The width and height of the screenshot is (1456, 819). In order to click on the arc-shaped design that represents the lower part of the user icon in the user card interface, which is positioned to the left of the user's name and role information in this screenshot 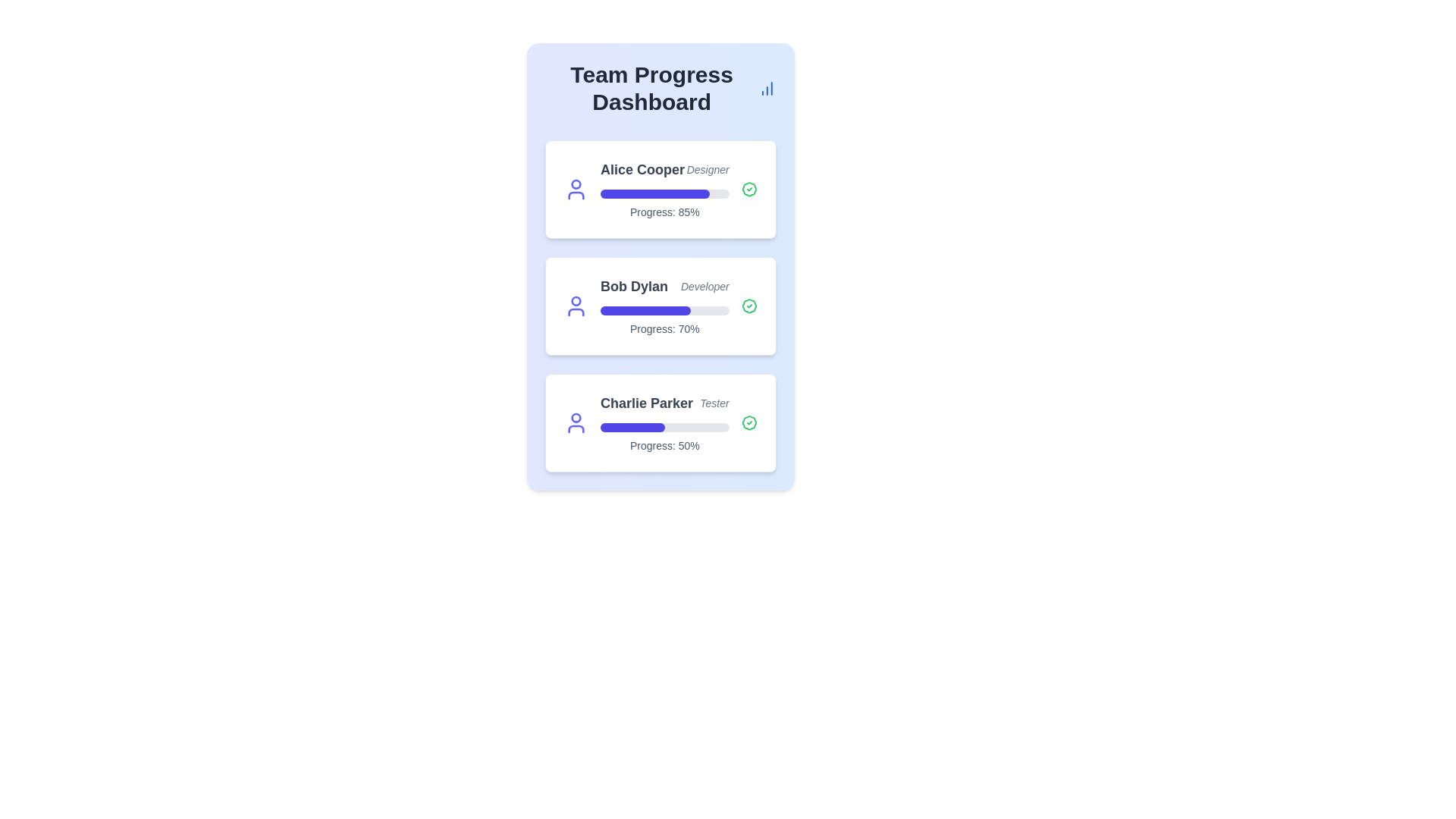, I will do `click(575, 312)`.